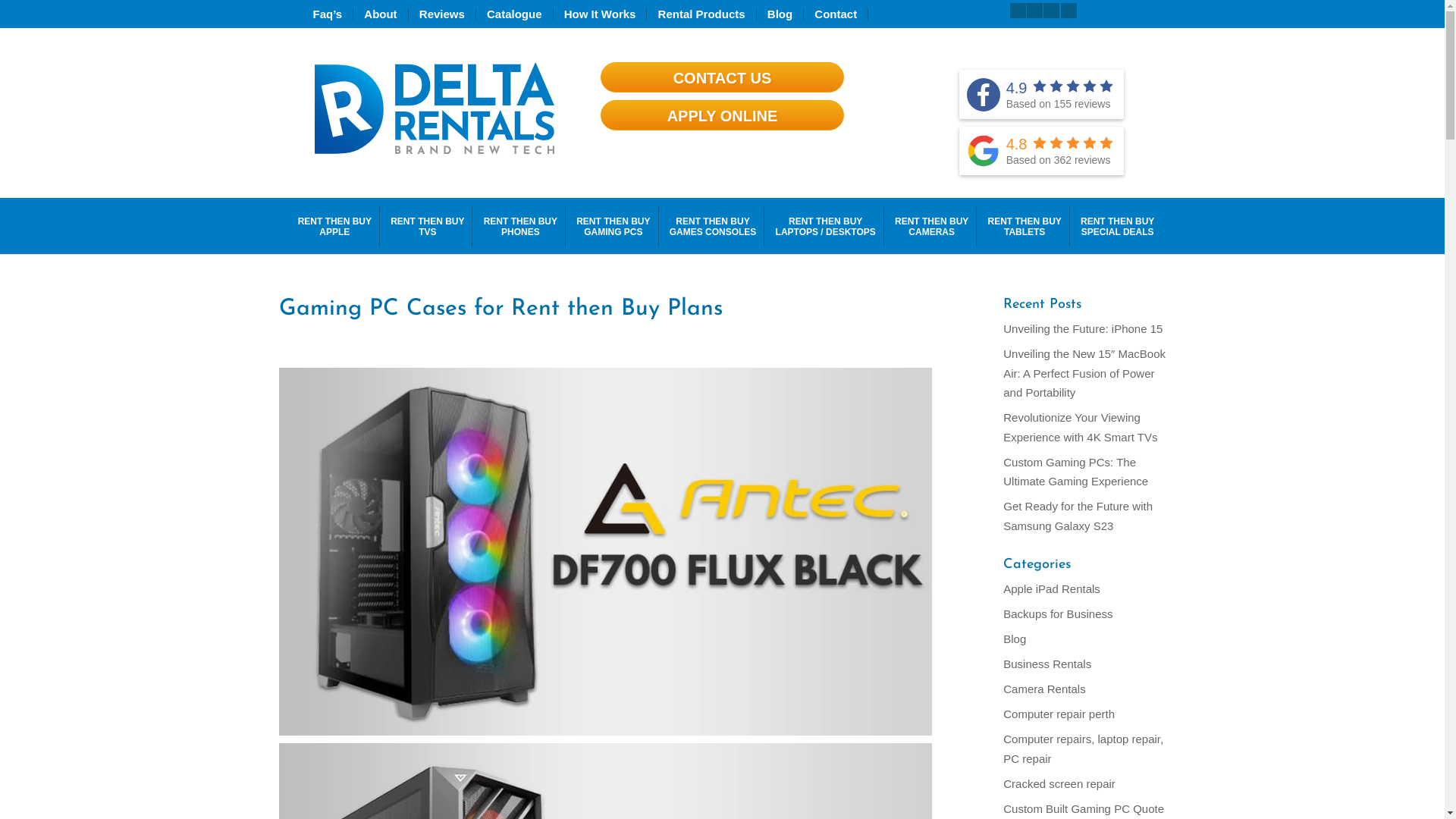 Image resolution: width=1456 pixels, height=819 pixels. I want to click on 'Business Rentals', so click(1046, 663).